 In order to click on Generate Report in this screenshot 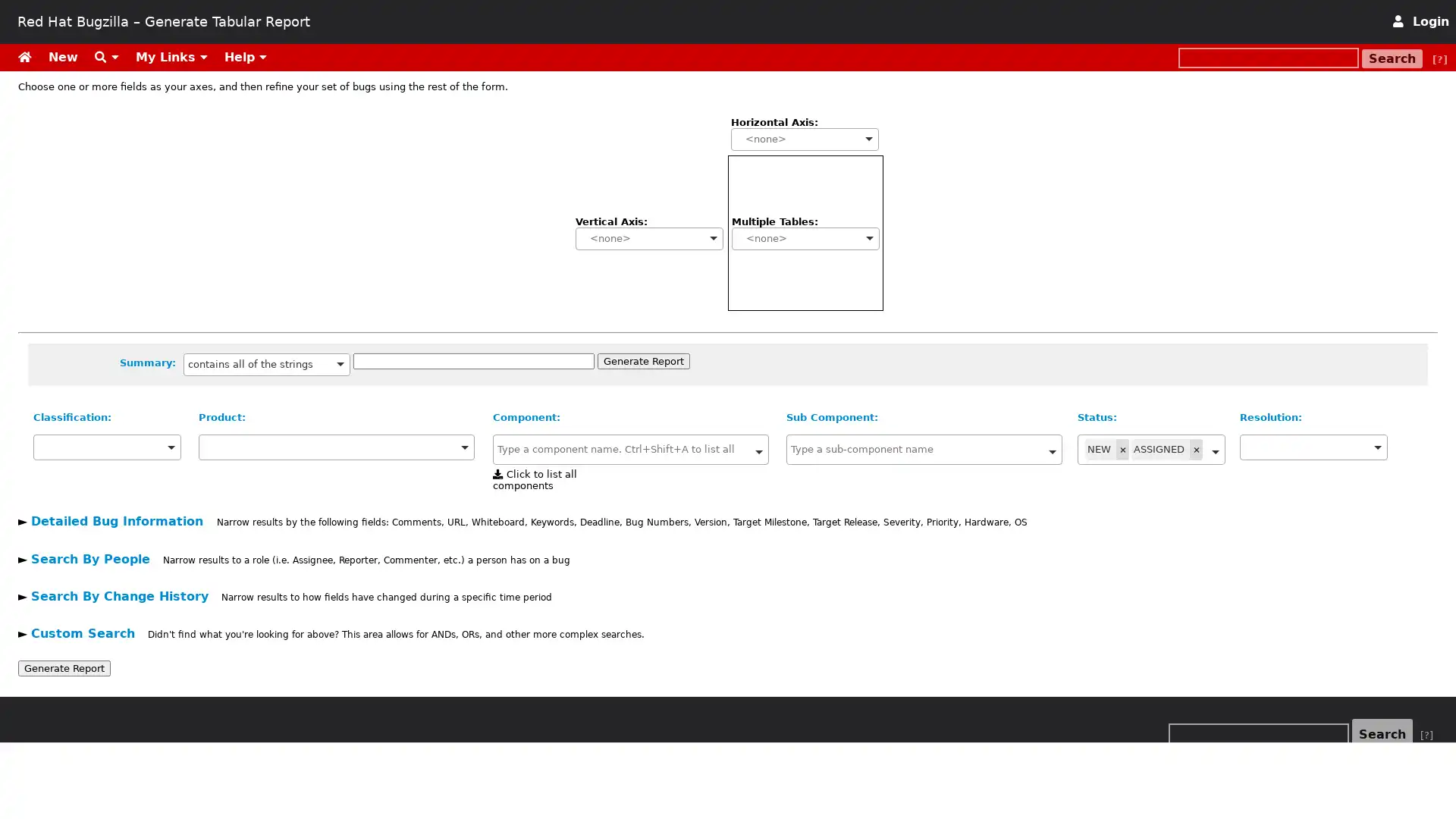, I will do `click(643, 360)`.